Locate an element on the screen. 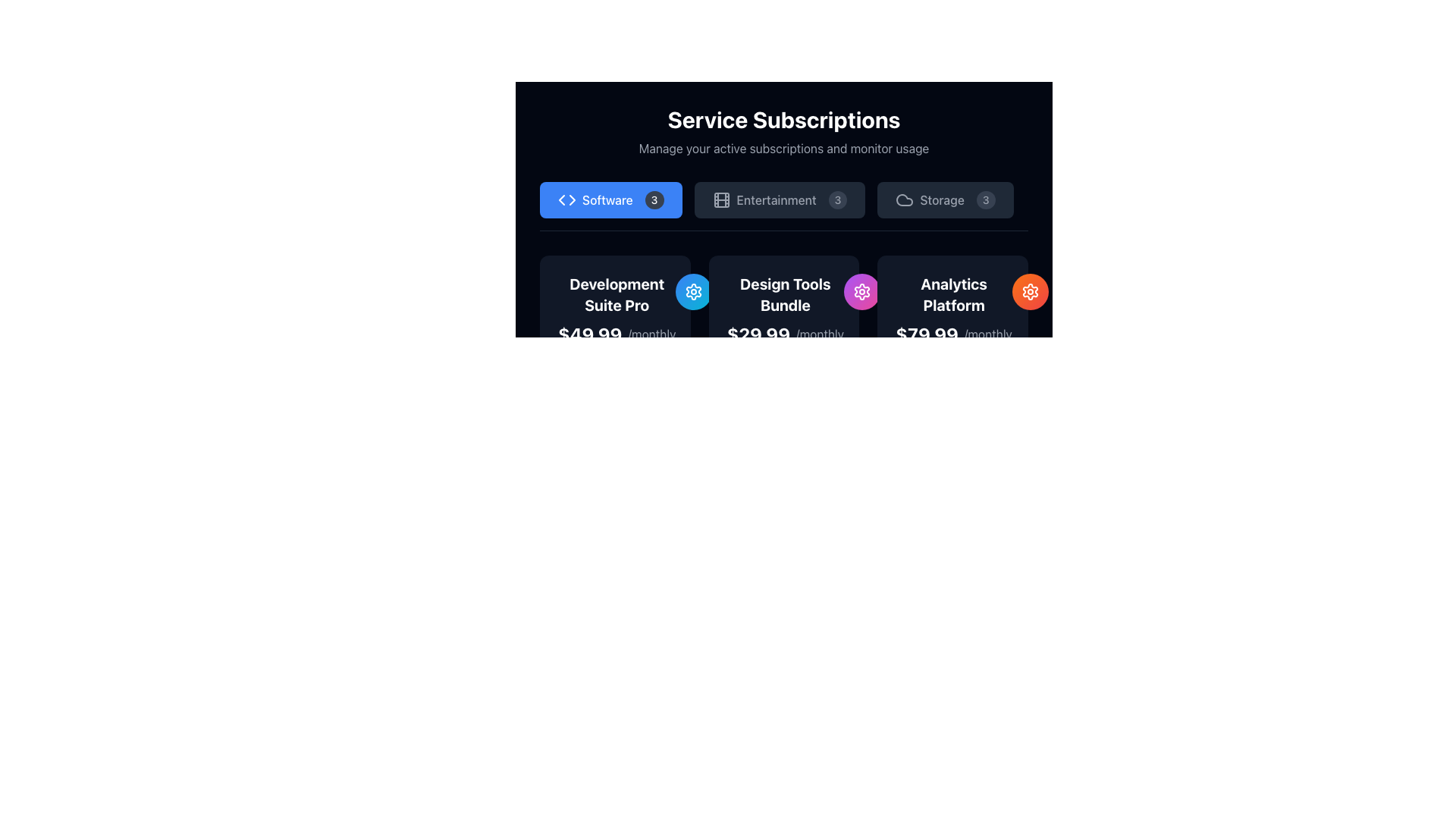 This screenshot has height=819, width=1456. the settings button located in the 'Design Tools Bundle' section, which is positioned to the right of the pricing details ('$29.99/monthly') is located at coordinates (862, 292).